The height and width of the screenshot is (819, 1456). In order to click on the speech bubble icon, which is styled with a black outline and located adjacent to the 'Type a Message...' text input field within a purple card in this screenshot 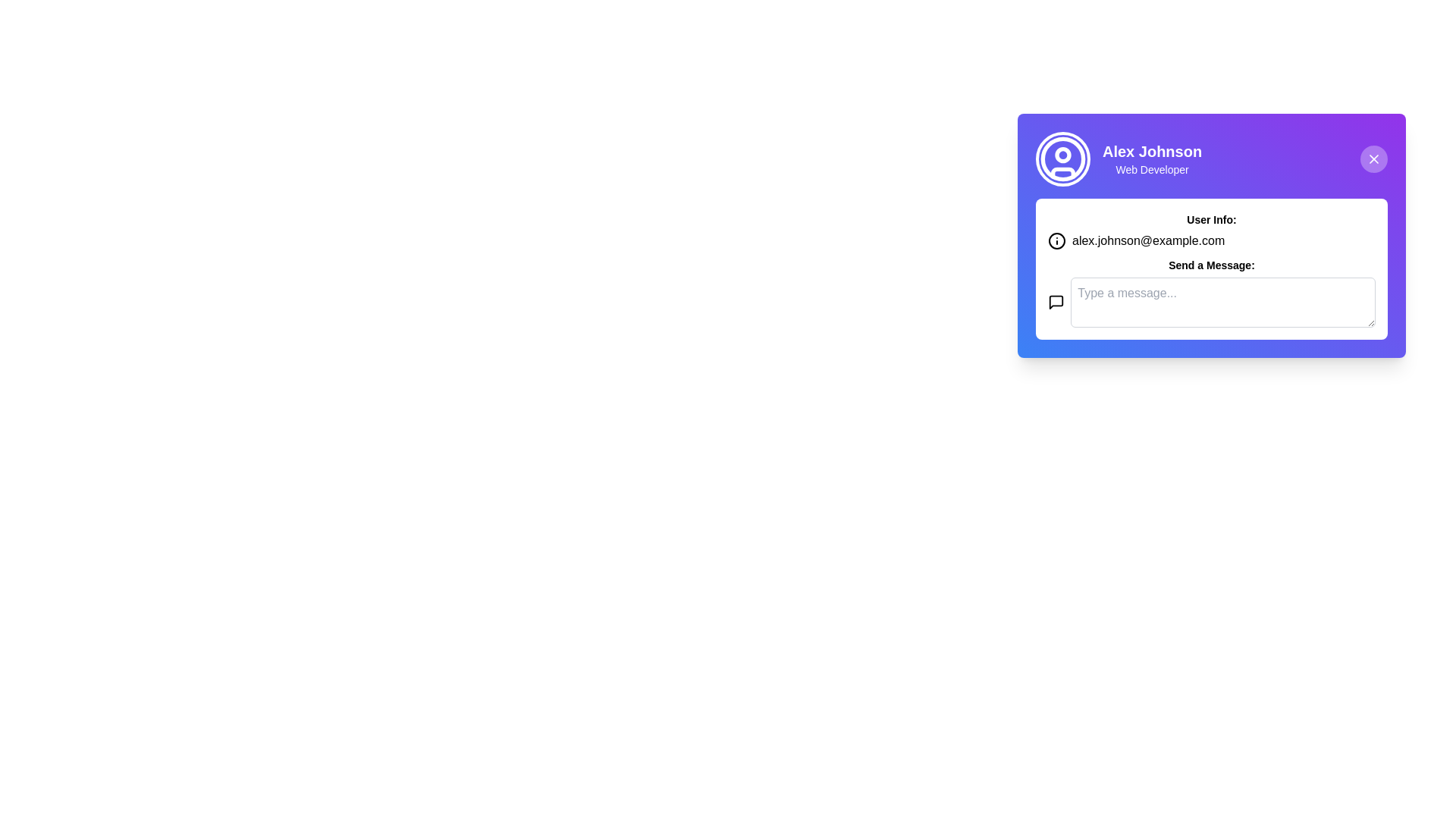, I will do `click(1056, 302)`.